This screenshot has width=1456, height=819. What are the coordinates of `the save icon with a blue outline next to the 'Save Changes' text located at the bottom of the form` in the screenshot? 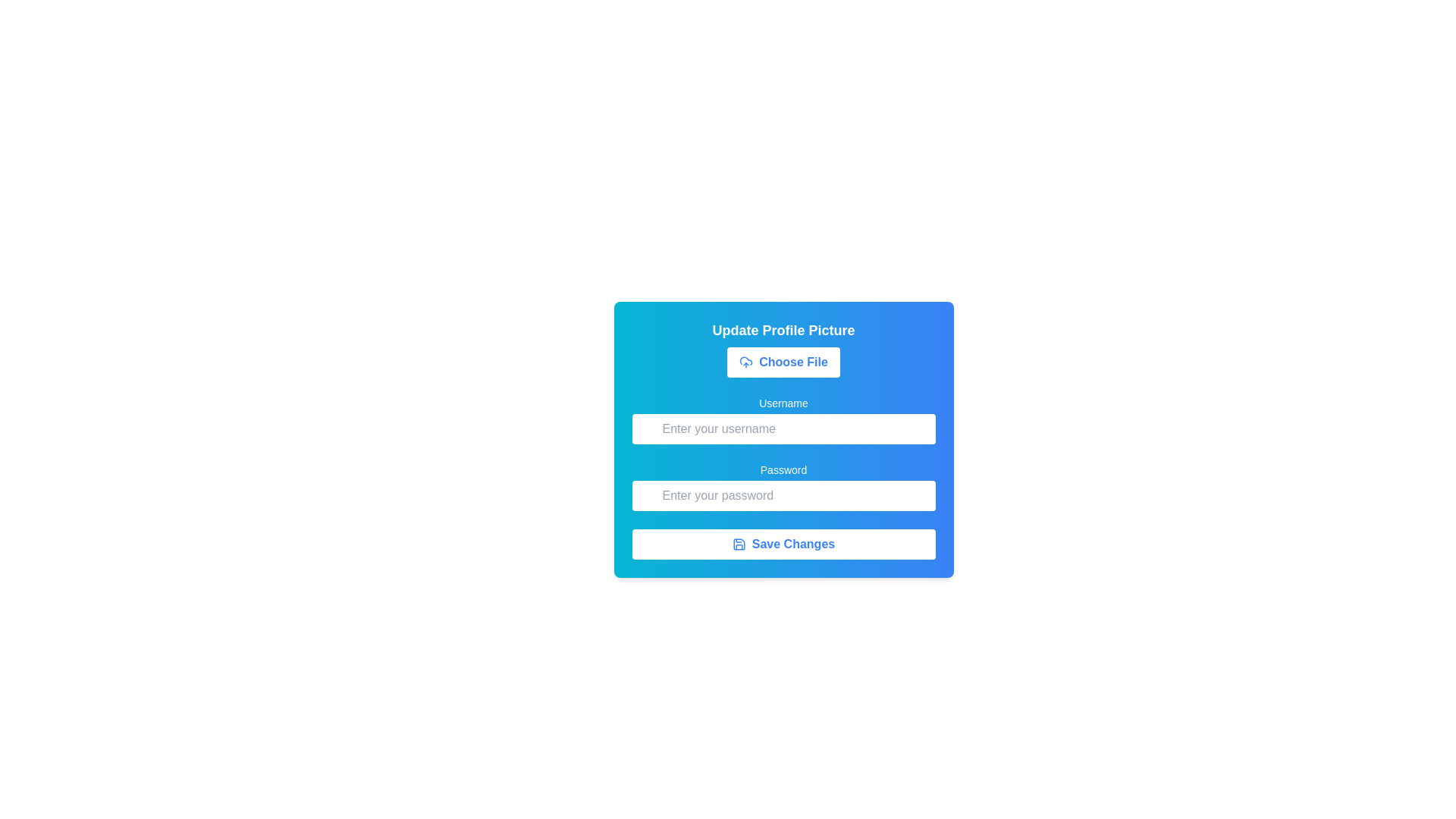 It's located at (739, 543).